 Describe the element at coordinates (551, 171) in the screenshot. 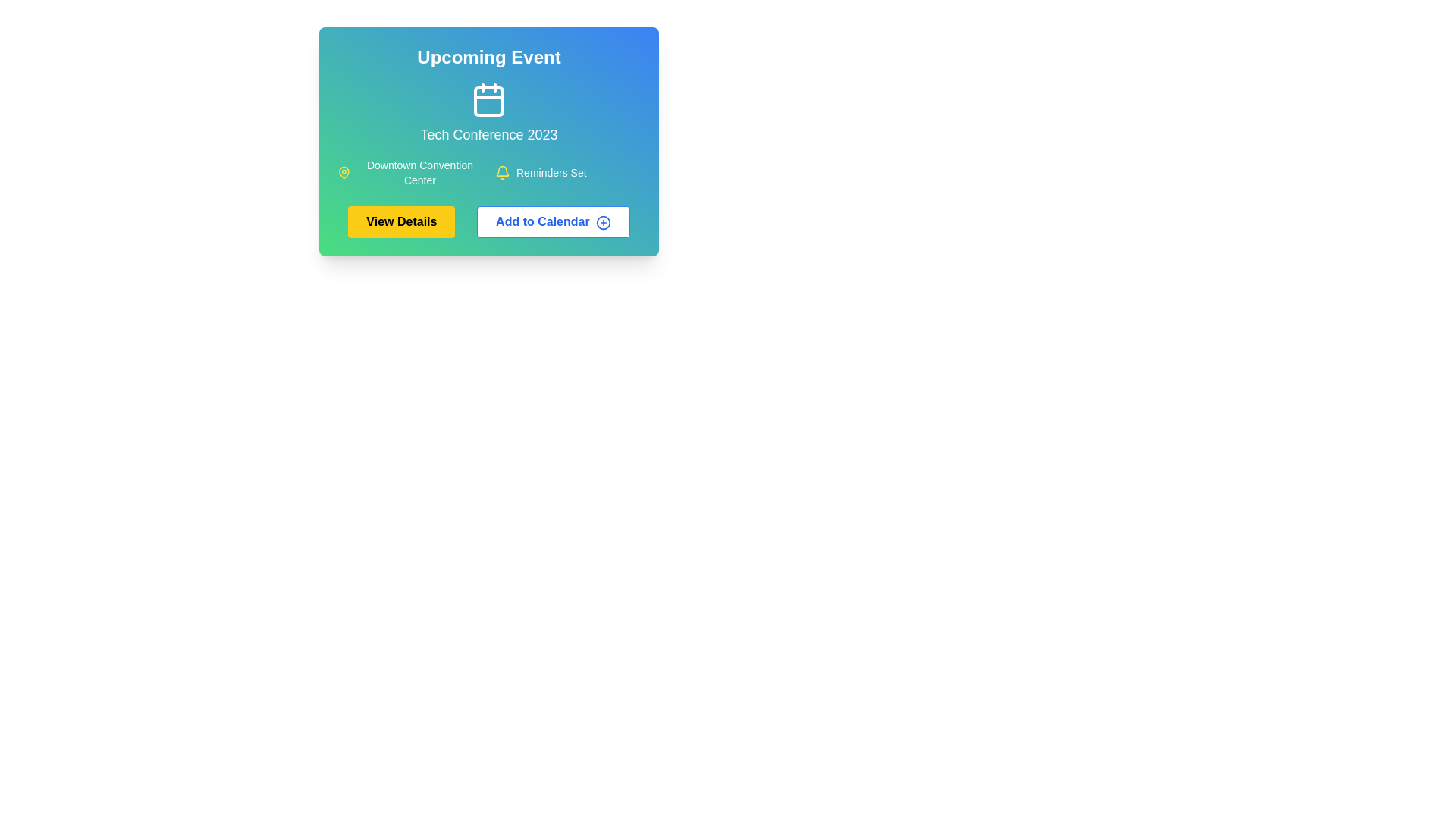

I see `the 'Reminders Set' text label, which indicates the status of reminders and is positioned to the right of a yellow bell icon beneath 'Tech Conference 2023'` at that location.